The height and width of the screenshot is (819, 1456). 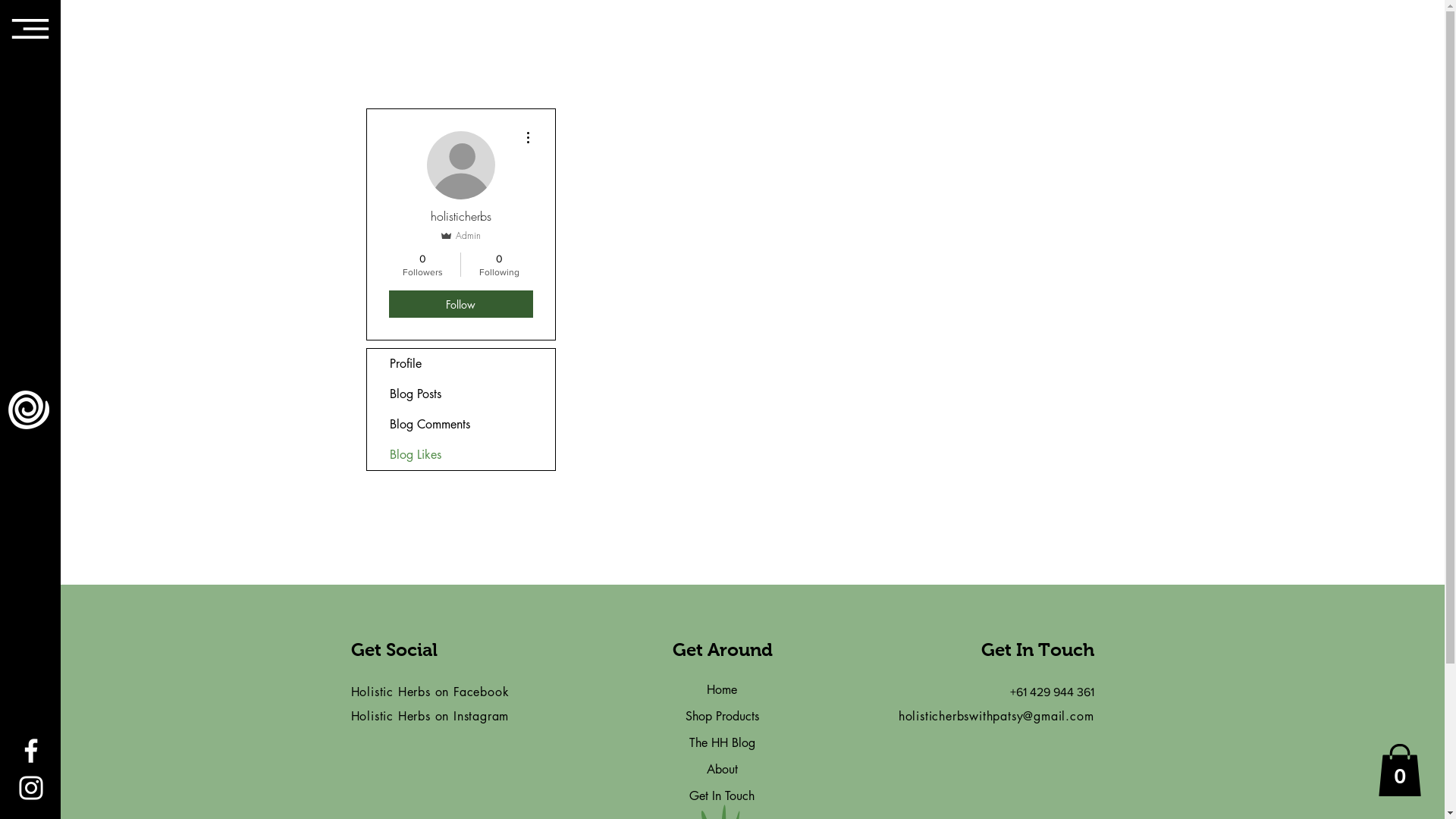 What do you see at coordinates (721, 742) in the screenshot?
I see `'The HH Blog'` at bounding box center [721, 742].